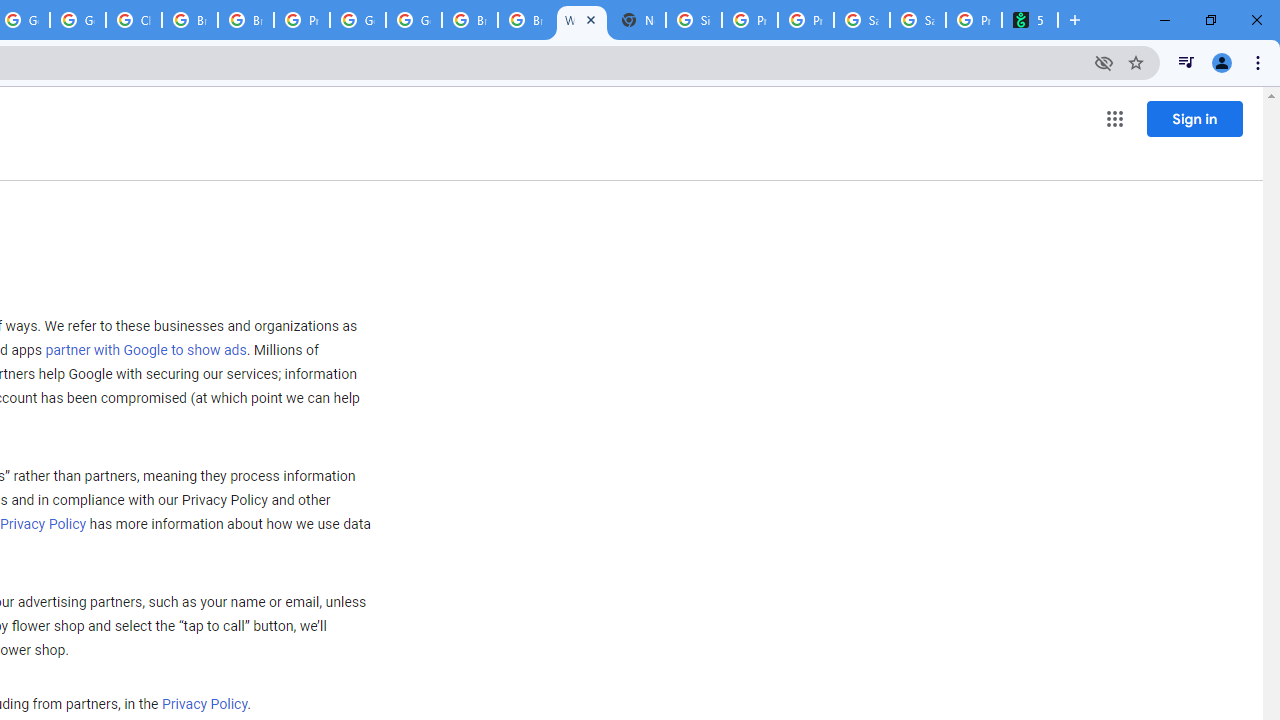  What do you see at coordinates (358, 20) in the screenshot?
I see `'Google Cloud Platform'` at bounding box center [358, 20].